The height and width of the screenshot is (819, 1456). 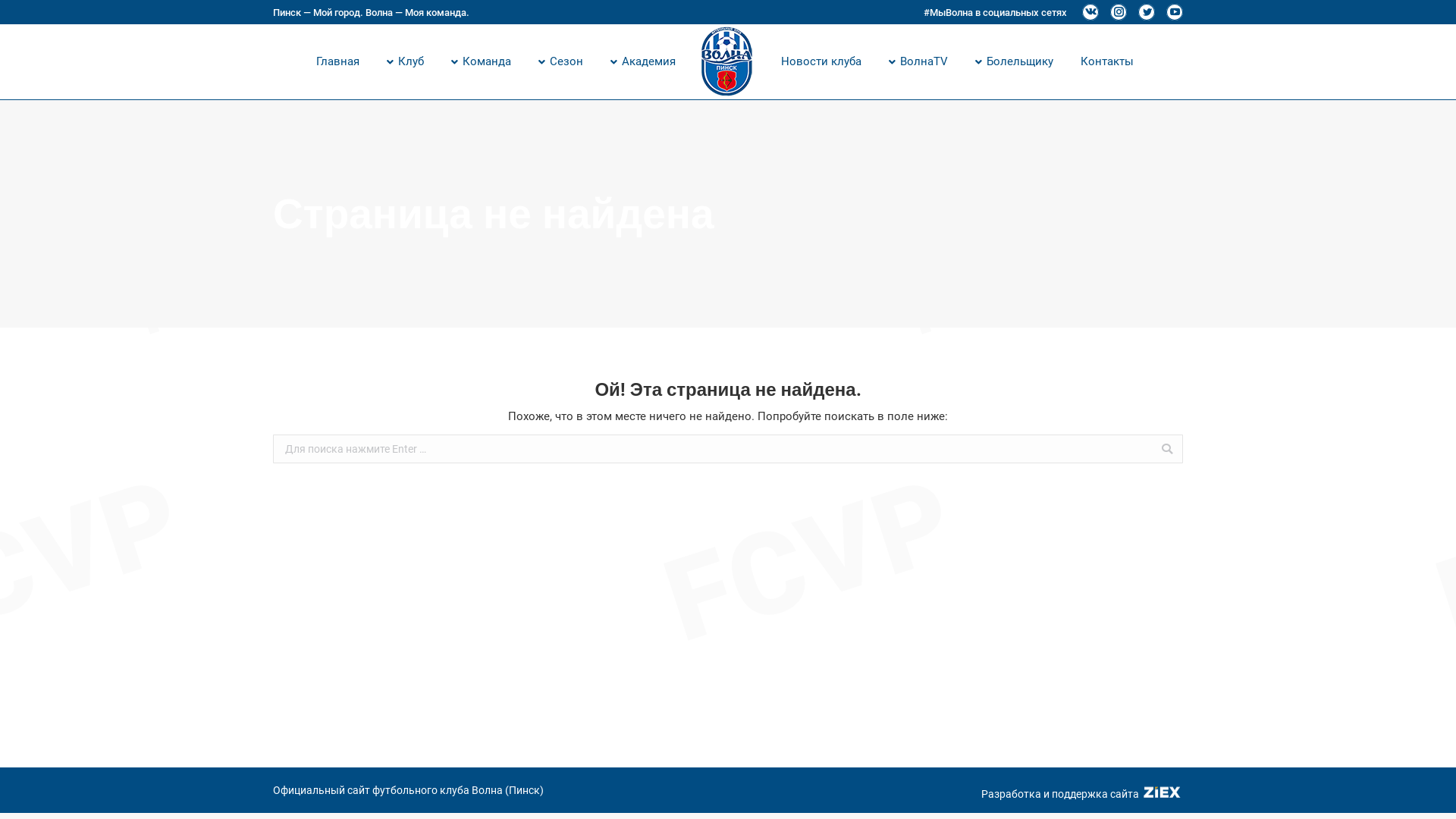 What do you see at coordinates (1147, 11) in the screenshot?
I see `'Twitter'` at bounding box center [1147, 11].